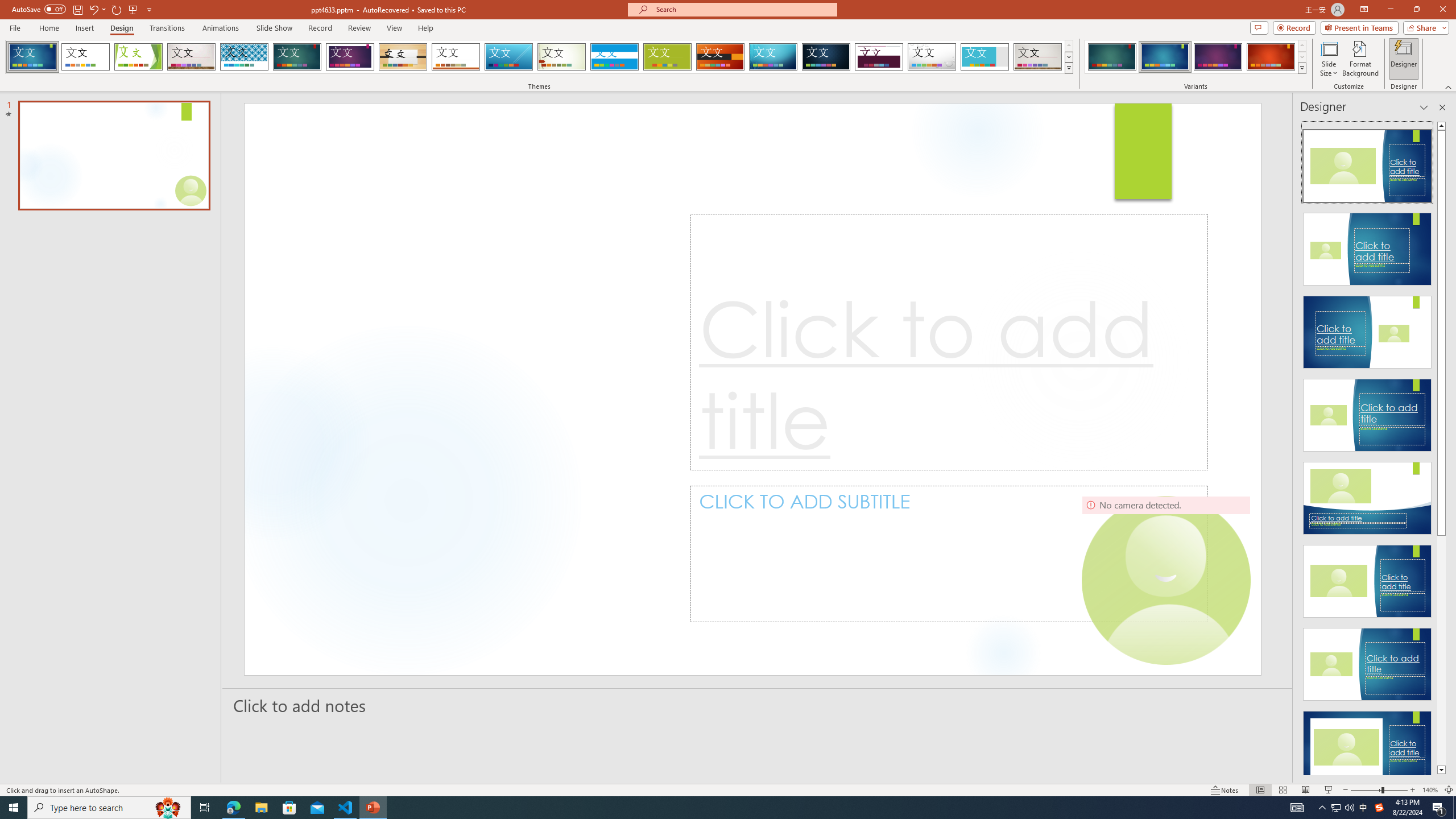  What do you see at coordinates (721, 56) in the screenshot?
I see `'Berlin Loading Preview...'` at bounding box center [721, 56].